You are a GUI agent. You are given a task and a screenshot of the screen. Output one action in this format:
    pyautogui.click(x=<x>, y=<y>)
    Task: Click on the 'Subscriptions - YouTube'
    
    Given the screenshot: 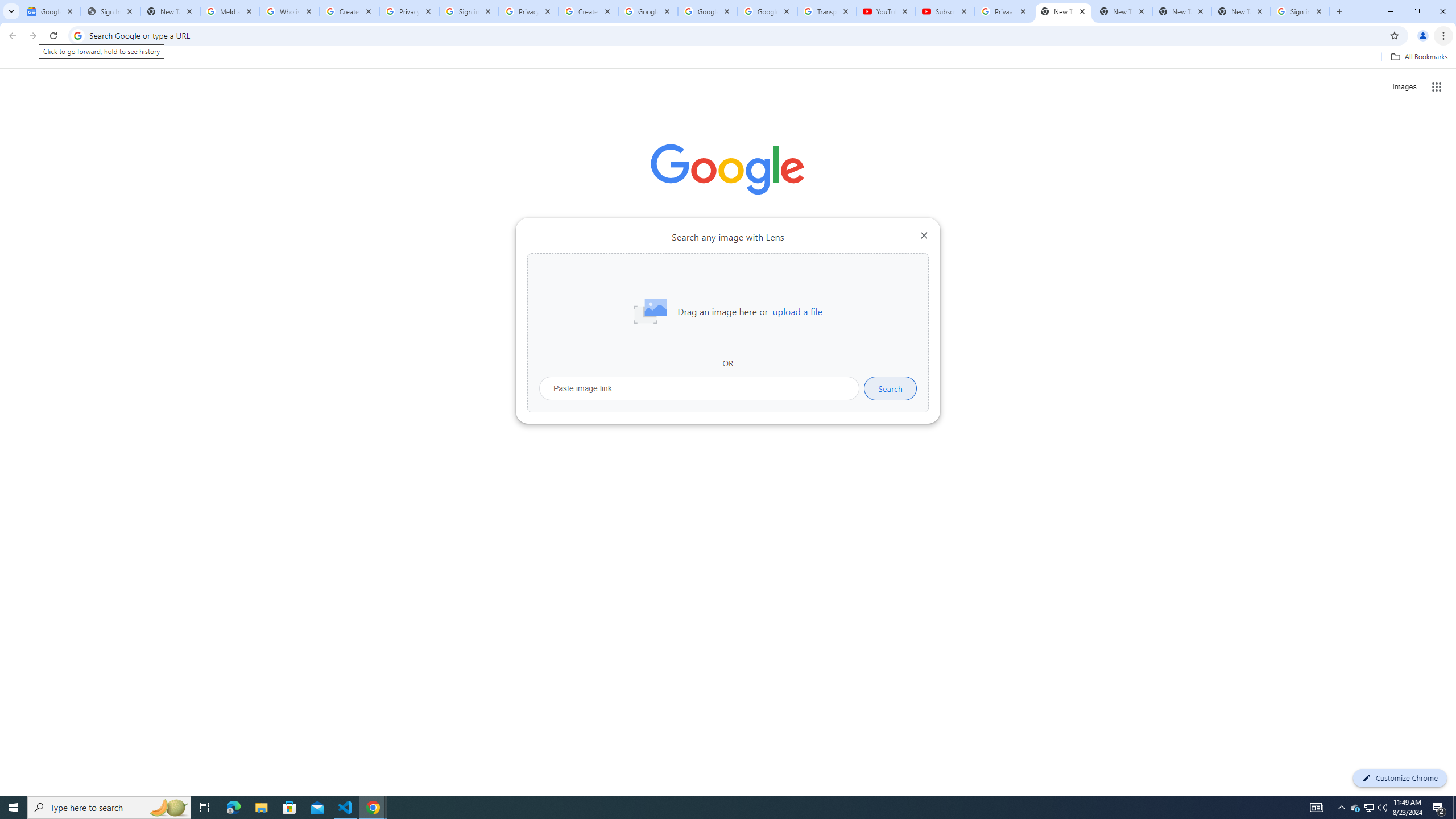 What is the action you would take?
    pyautogui.click(x=944, y=11)
    